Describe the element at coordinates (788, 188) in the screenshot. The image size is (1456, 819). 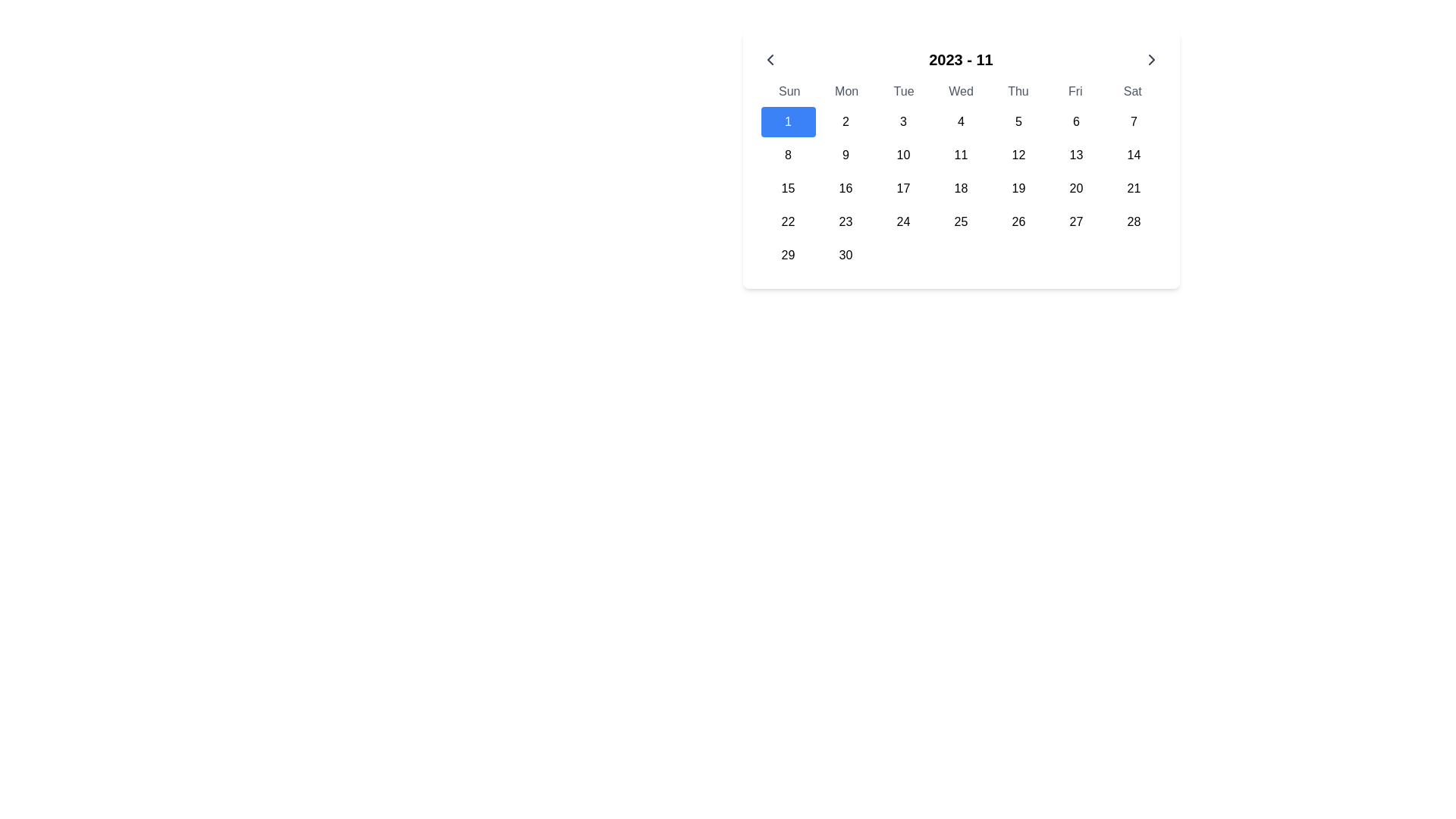
I see `the clickable calendar day element displaying the number '15' with a white background and black text to change its background color to gray` at that location.